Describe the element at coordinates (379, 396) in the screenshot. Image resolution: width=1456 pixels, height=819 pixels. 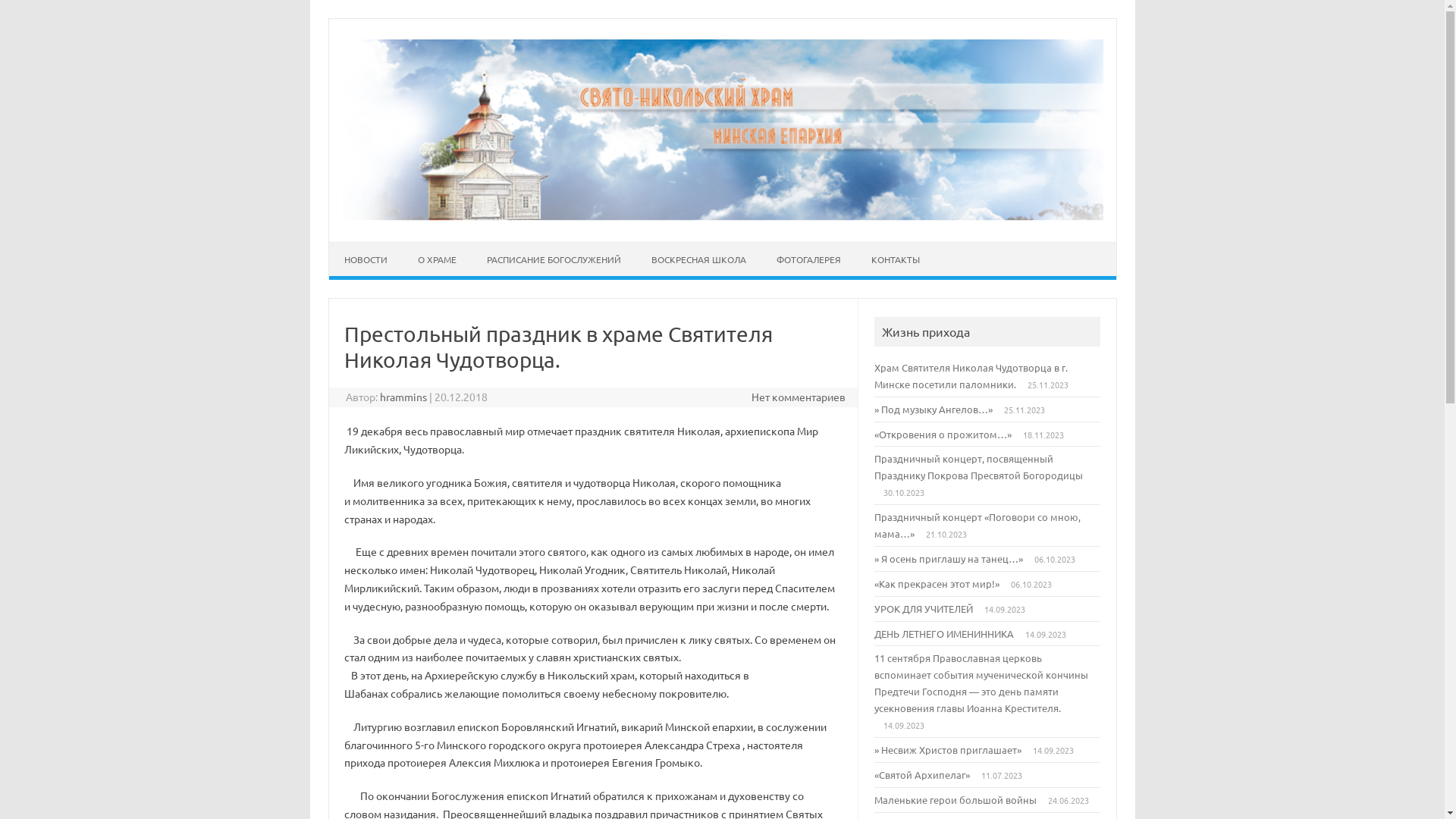
I see `'hrammins'` at that location.